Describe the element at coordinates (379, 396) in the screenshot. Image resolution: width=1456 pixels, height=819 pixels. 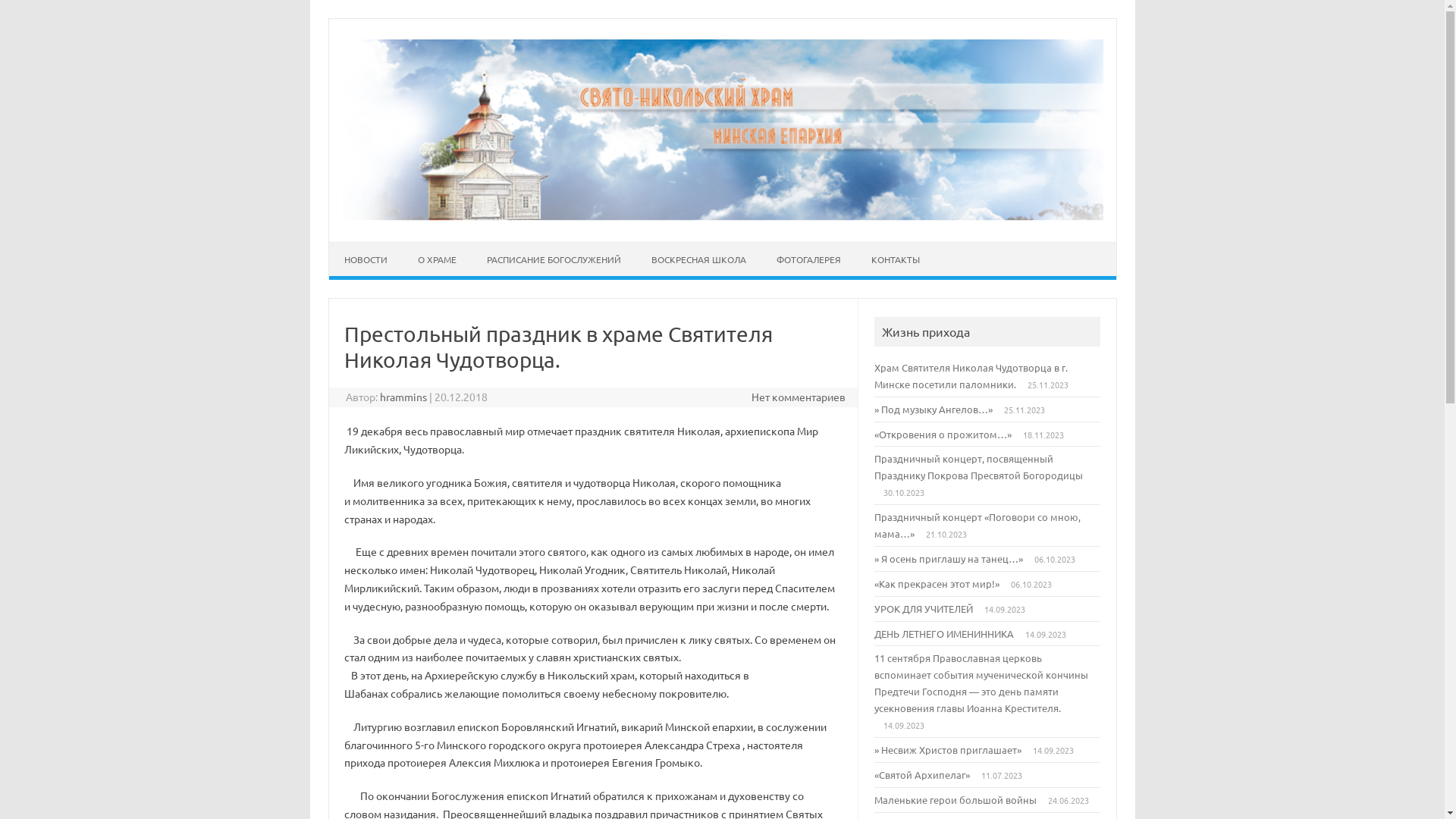
I see `'hrammins'` at that location.